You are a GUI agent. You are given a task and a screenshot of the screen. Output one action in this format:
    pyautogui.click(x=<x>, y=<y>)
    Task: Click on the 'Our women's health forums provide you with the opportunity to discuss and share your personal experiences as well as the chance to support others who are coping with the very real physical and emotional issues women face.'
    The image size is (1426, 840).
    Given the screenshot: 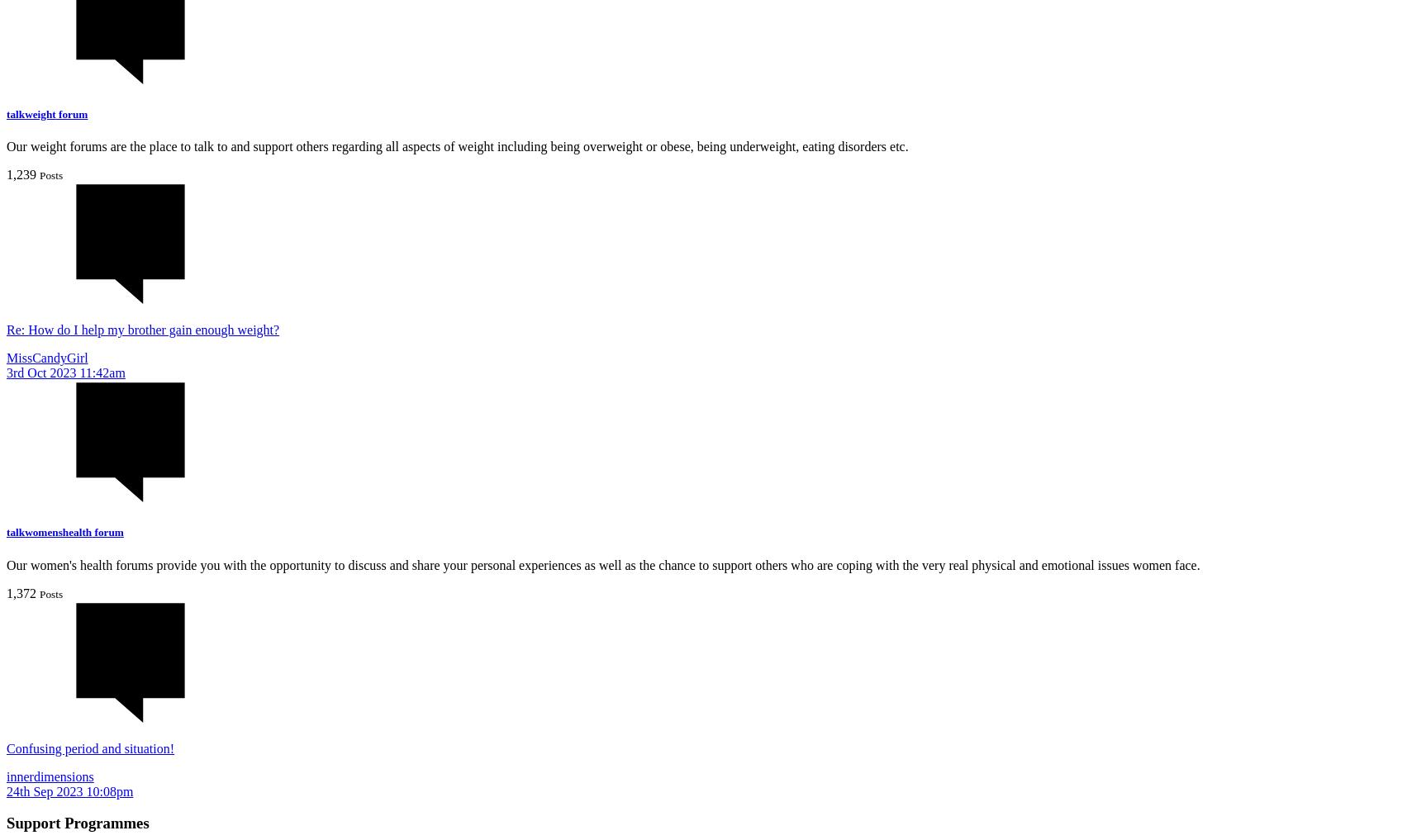 What is the action you would take?
    pyautogui.click(x=602, y=563)
    